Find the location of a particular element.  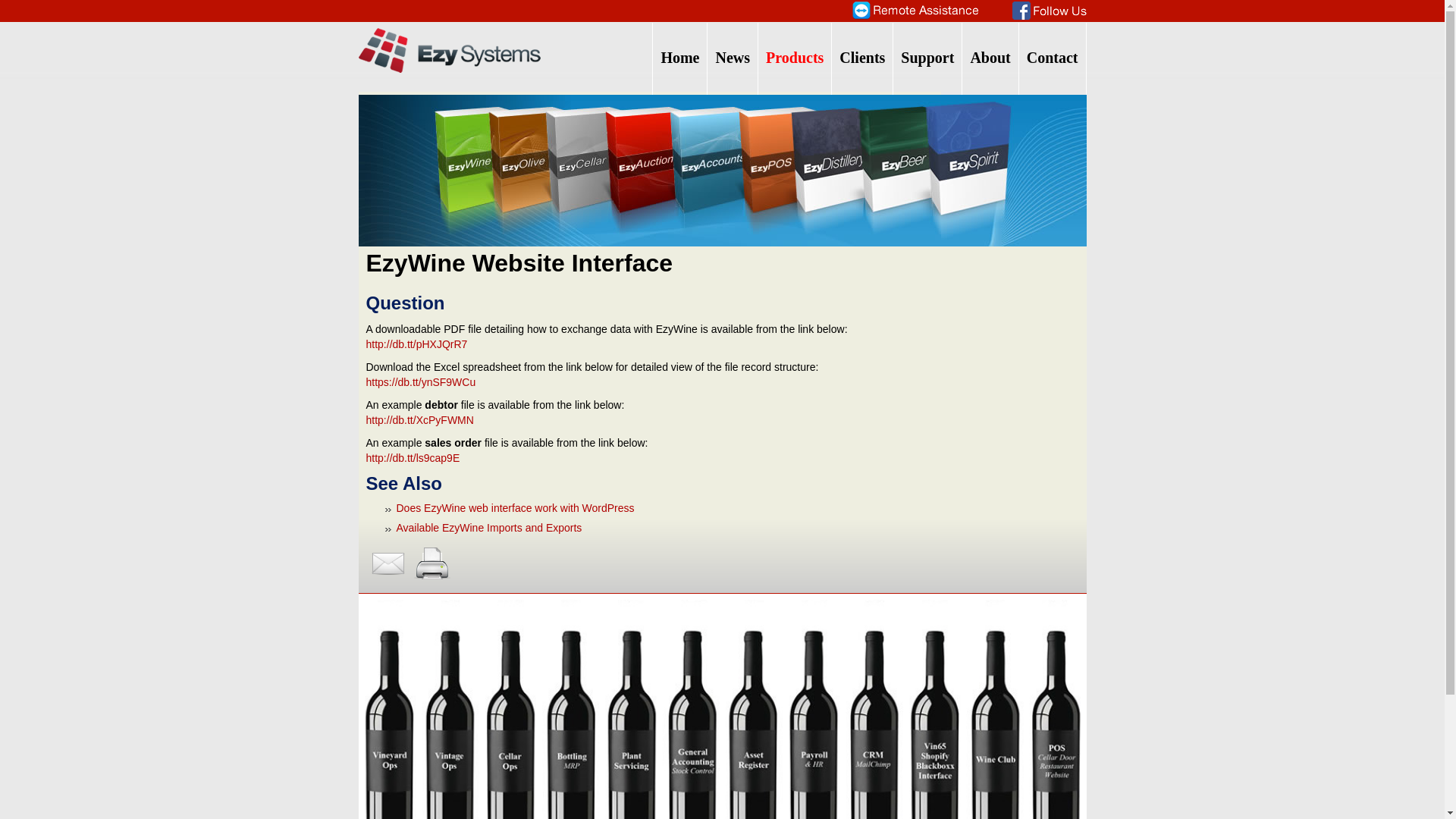

'Available EzyWine Imports and Exports' is located at coordinates (488, 526).